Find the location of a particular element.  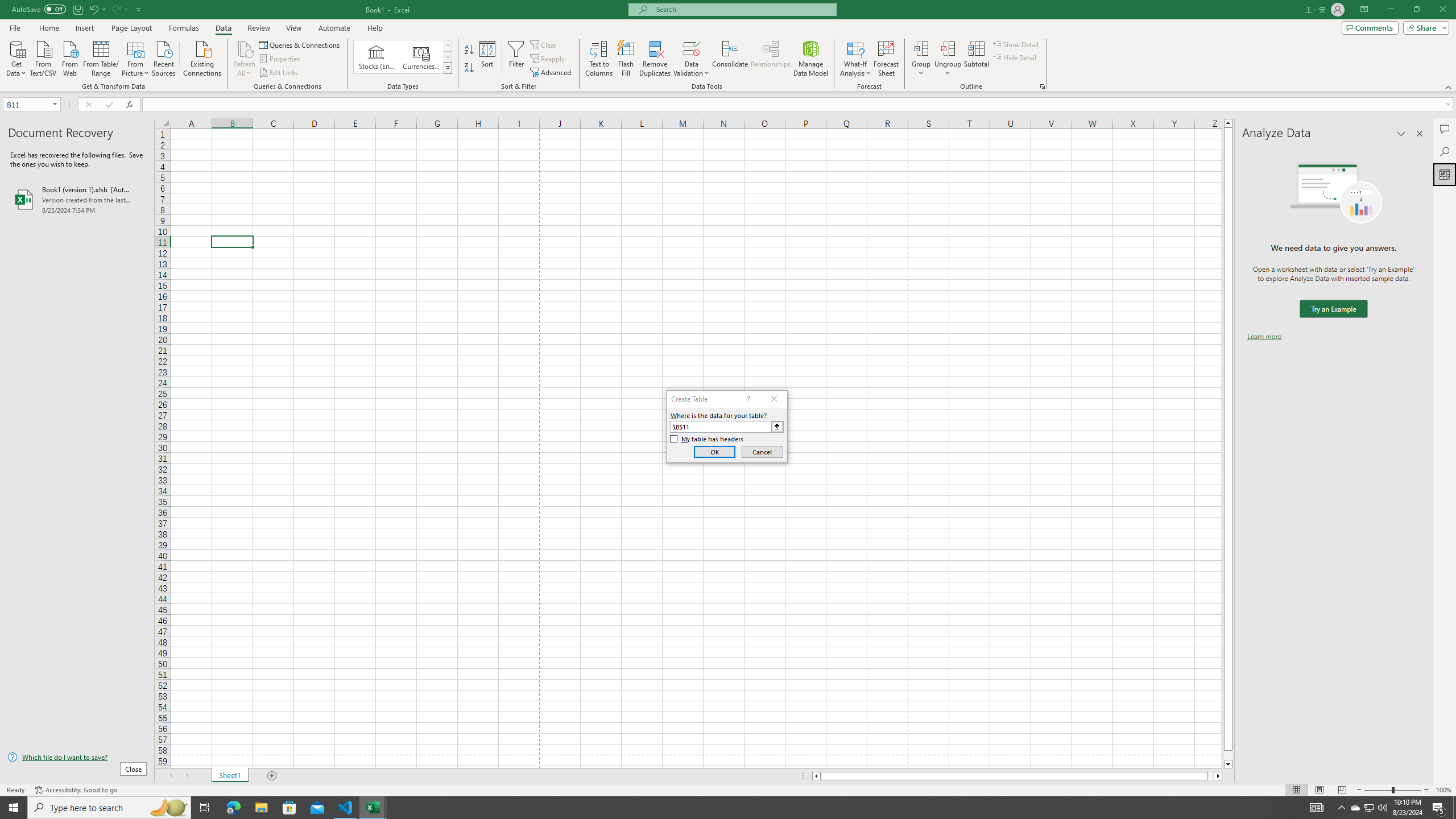

'Page down' is located at coordinates (1228, 755).